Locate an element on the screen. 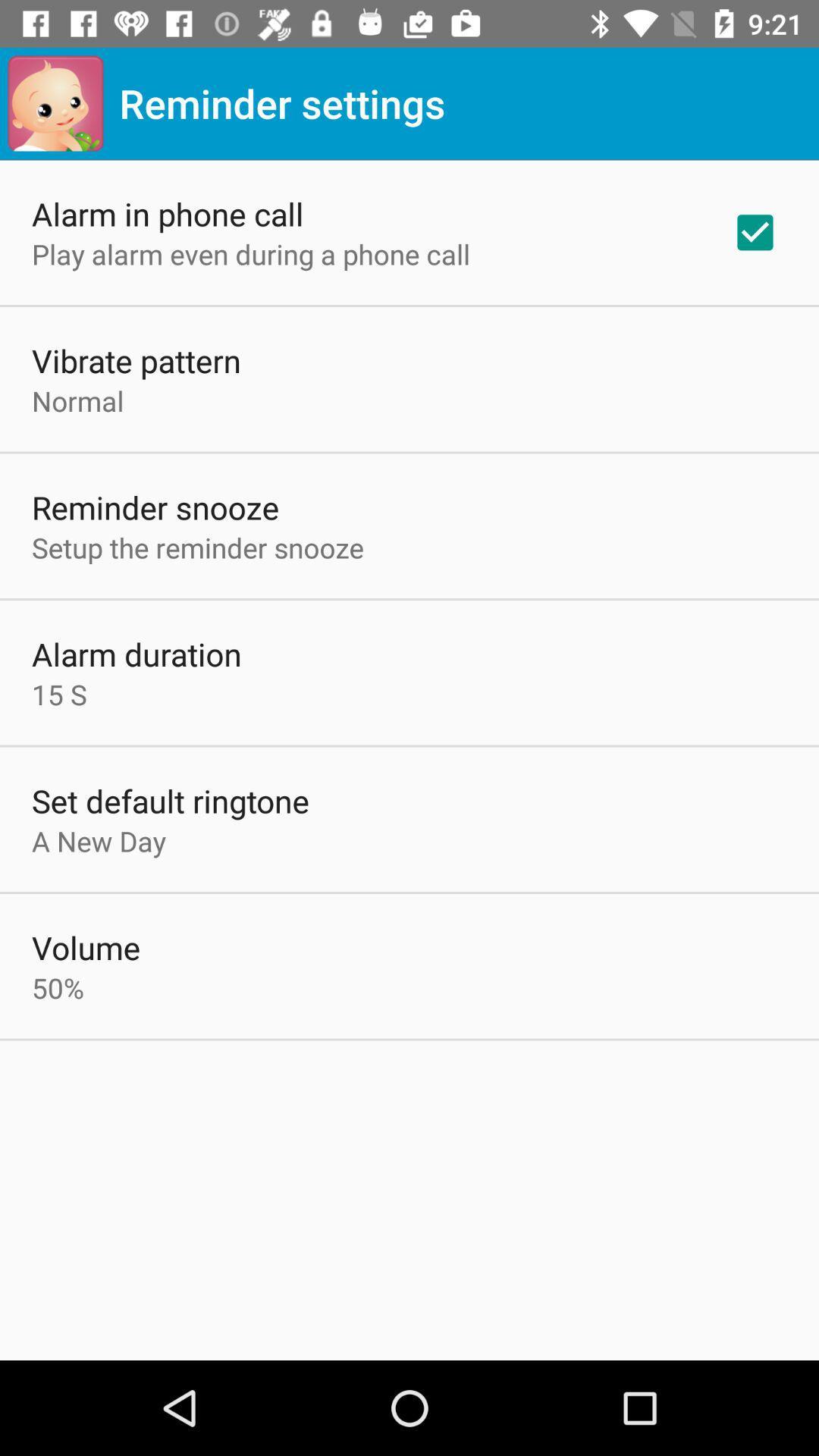 This screenshot has height=1456, width=819. the icon to the left of reminder settings app is located at coordinates (55, 102).